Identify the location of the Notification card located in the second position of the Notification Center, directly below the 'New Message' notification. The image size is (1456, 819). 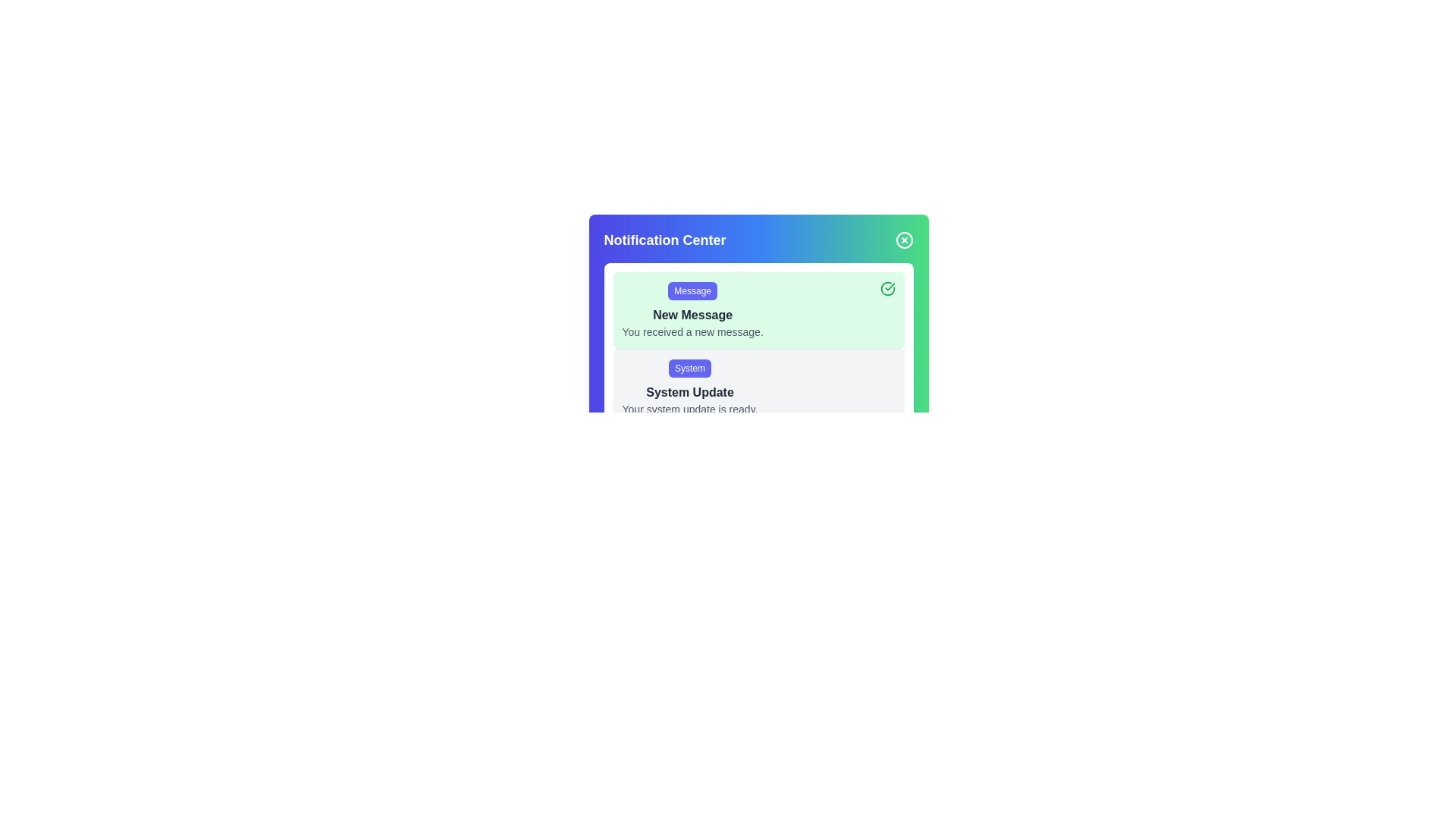
(758, 386).